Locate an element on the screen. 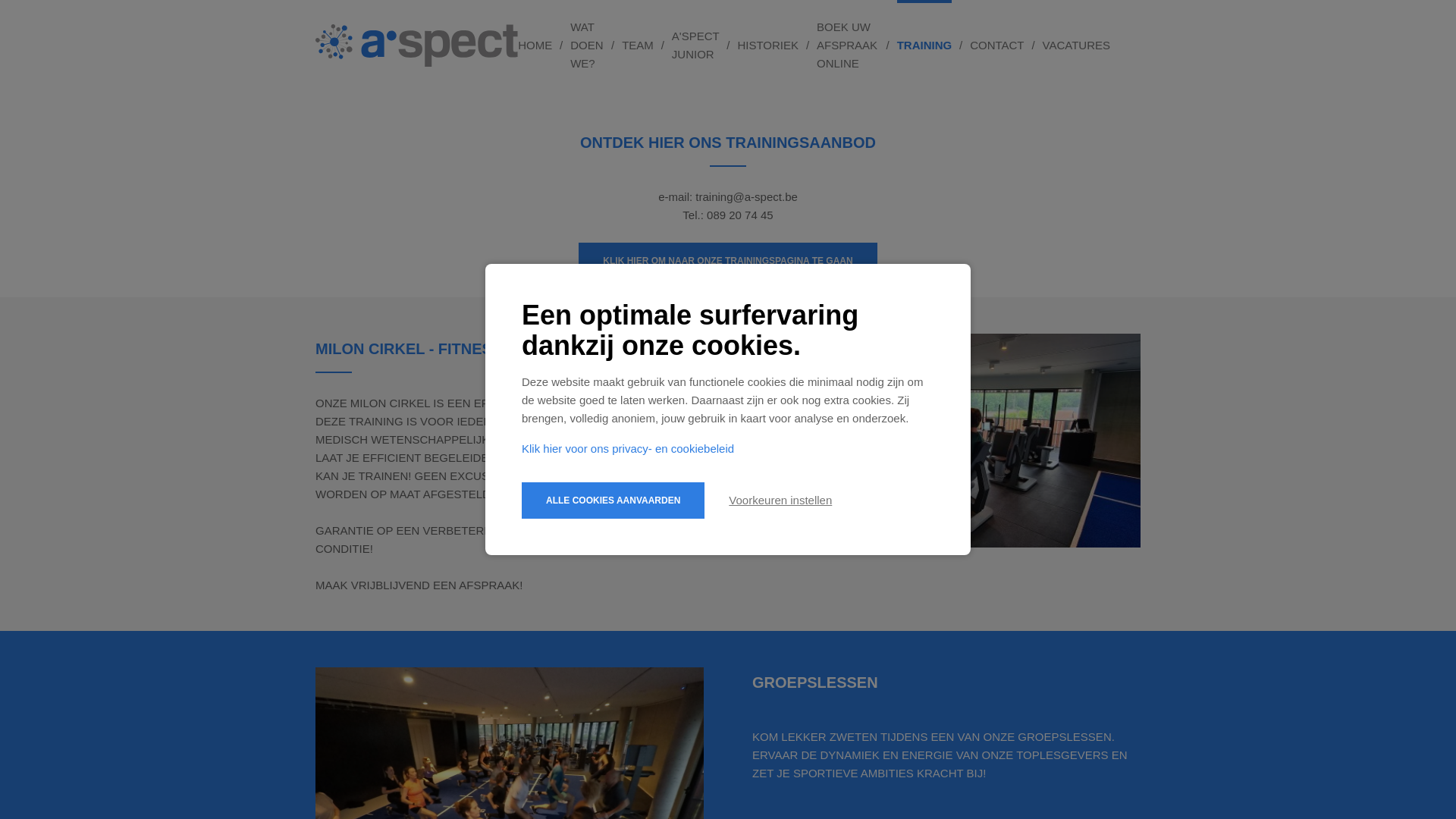 This screenshot has height=819, width=1456. 'TRAINING' is located at coordinates (896, 45).